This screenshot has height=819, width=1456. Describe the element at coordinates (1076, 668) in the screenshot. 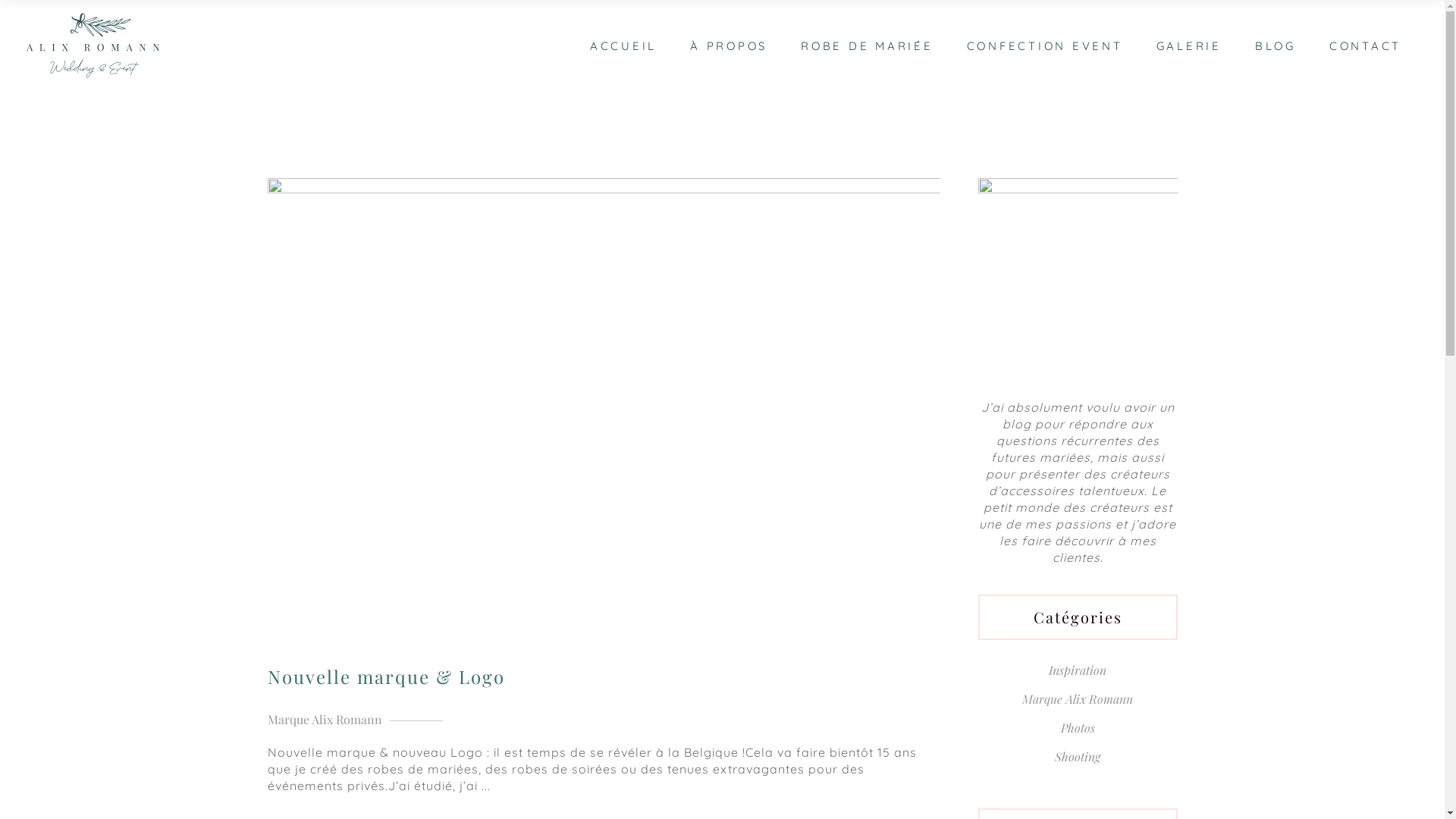

I see `'Inspiration'` at that location.